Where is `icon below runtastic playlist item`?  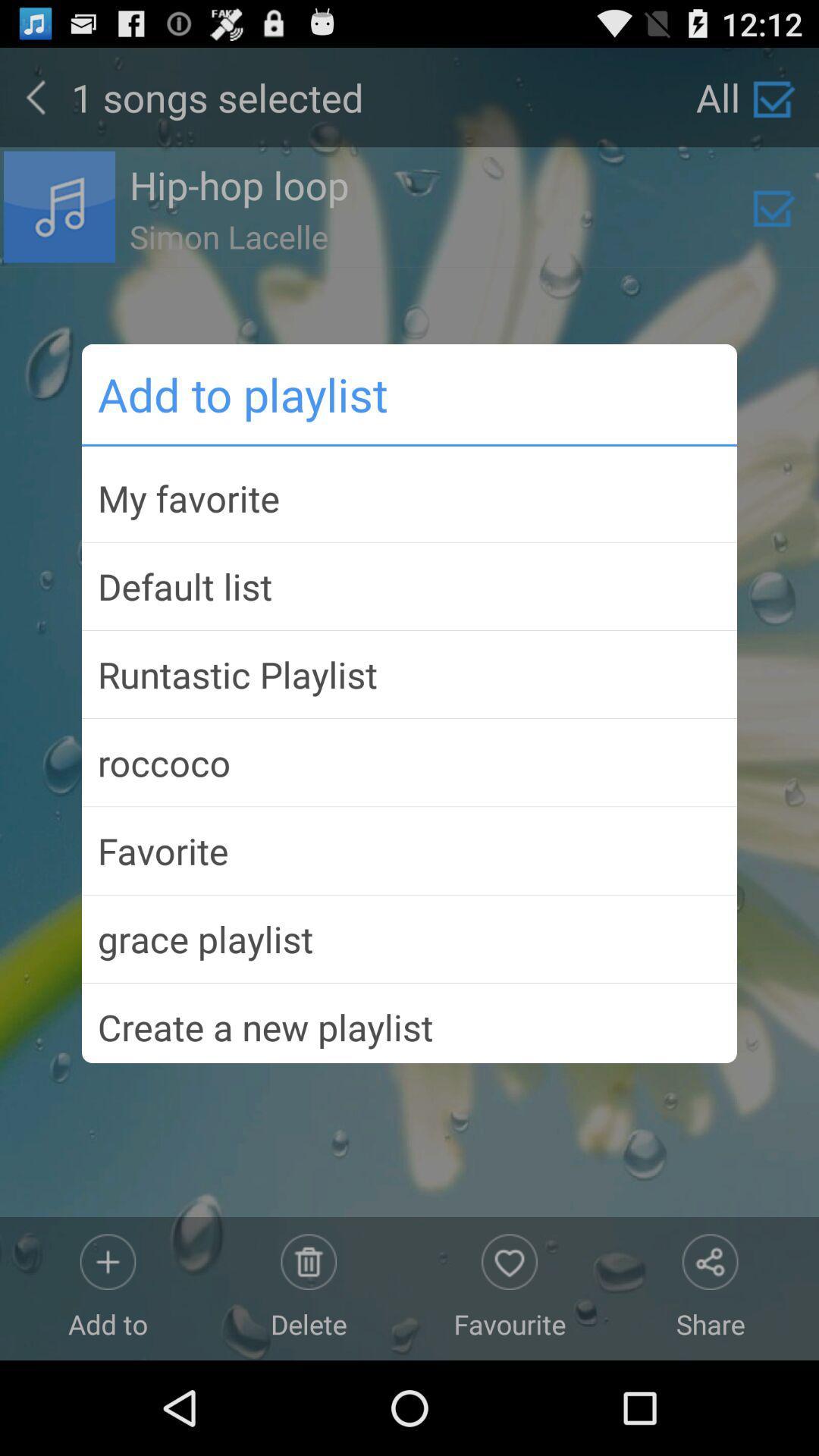 icon below runtastic playlist item is located at coordinates (409, 762).